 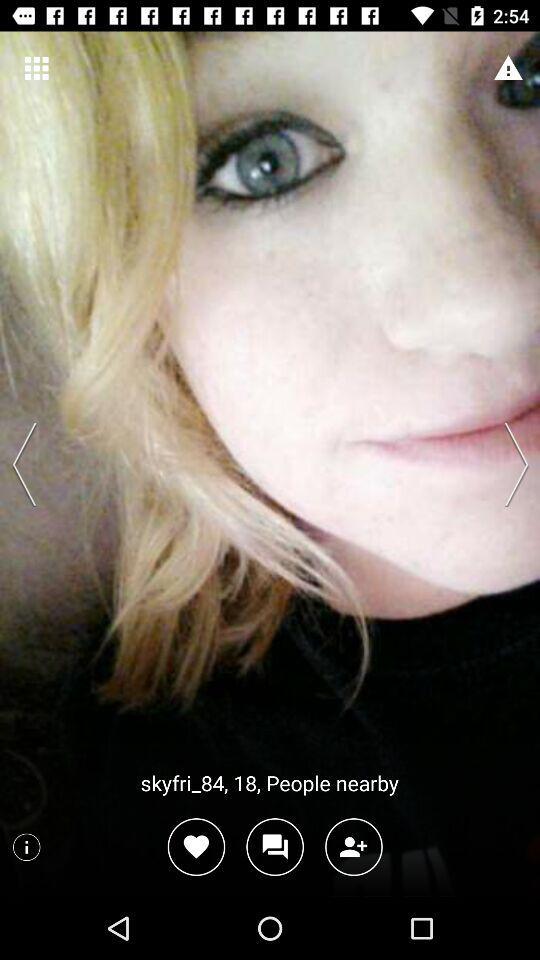 I want to click on as your friend, so click(x=353, y=846).